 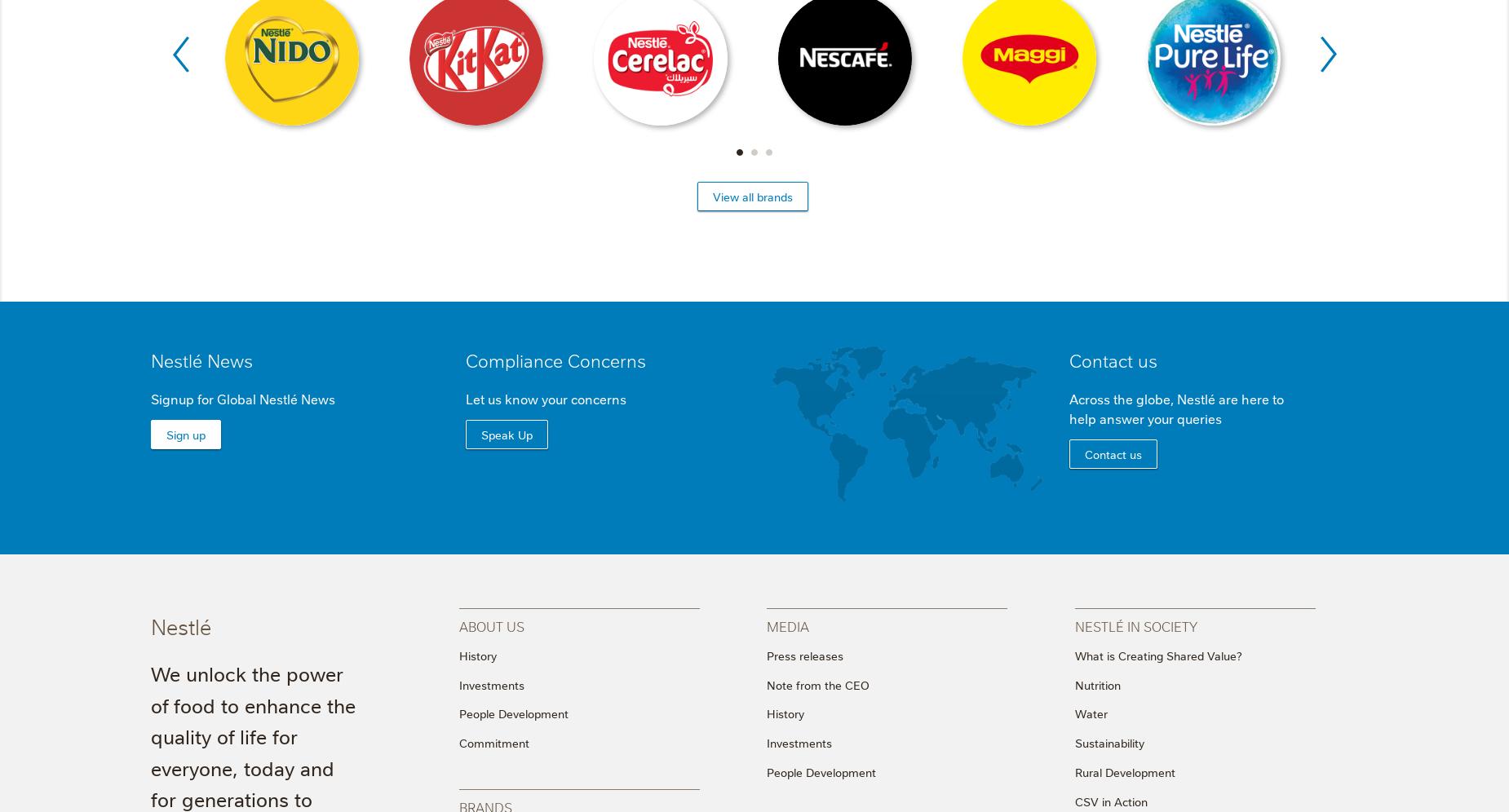 I want to click on 'Press releases', so click(x=803, y=653).